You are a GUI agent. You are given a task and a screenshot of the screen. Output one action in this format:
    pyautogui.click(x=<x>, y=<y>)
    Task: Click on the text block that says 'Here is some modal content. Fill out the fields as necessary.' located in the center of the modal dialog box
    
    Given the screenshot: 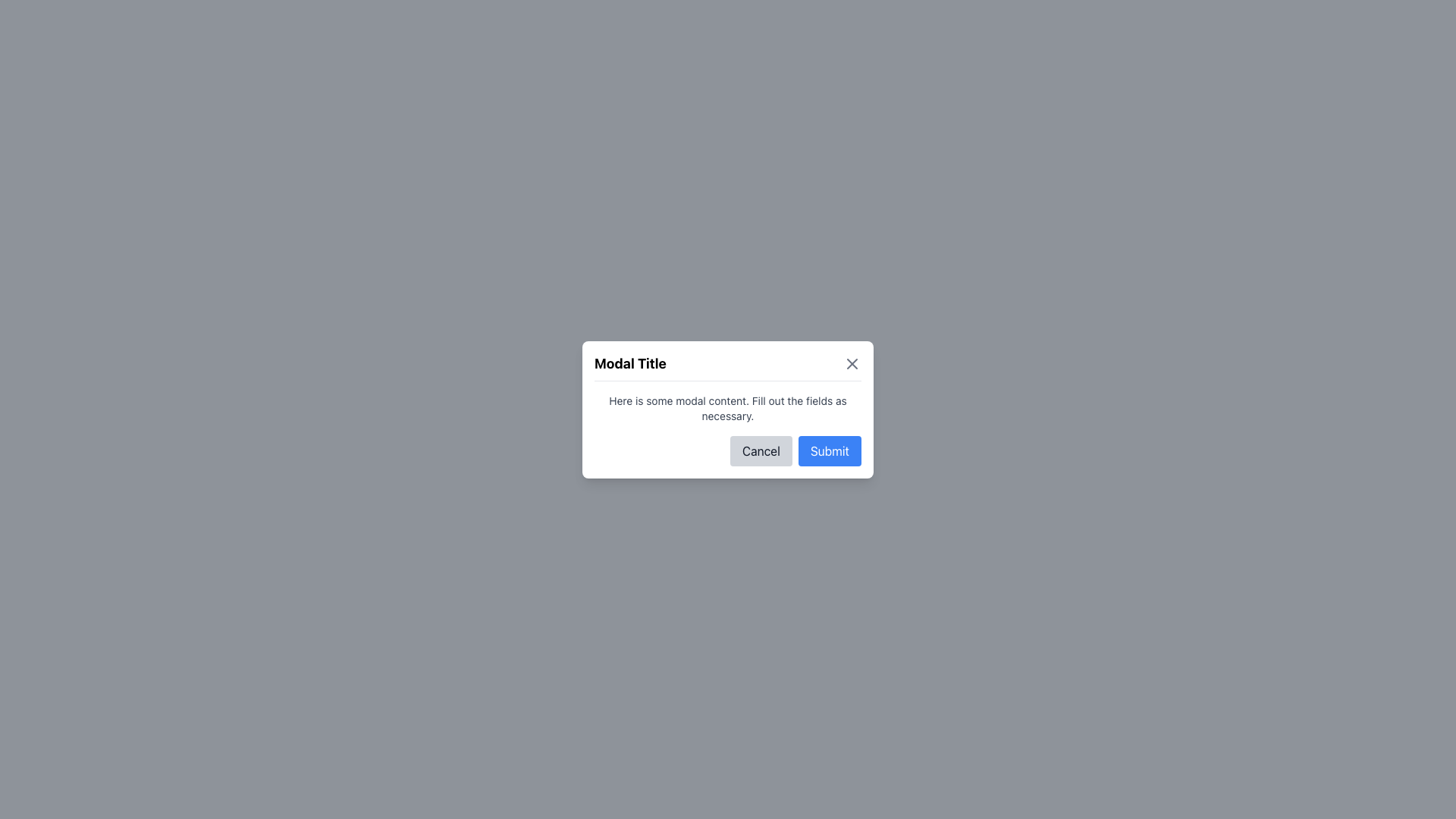 What is the action you would take?
    pyautogui.click(x=728, y=407)
    